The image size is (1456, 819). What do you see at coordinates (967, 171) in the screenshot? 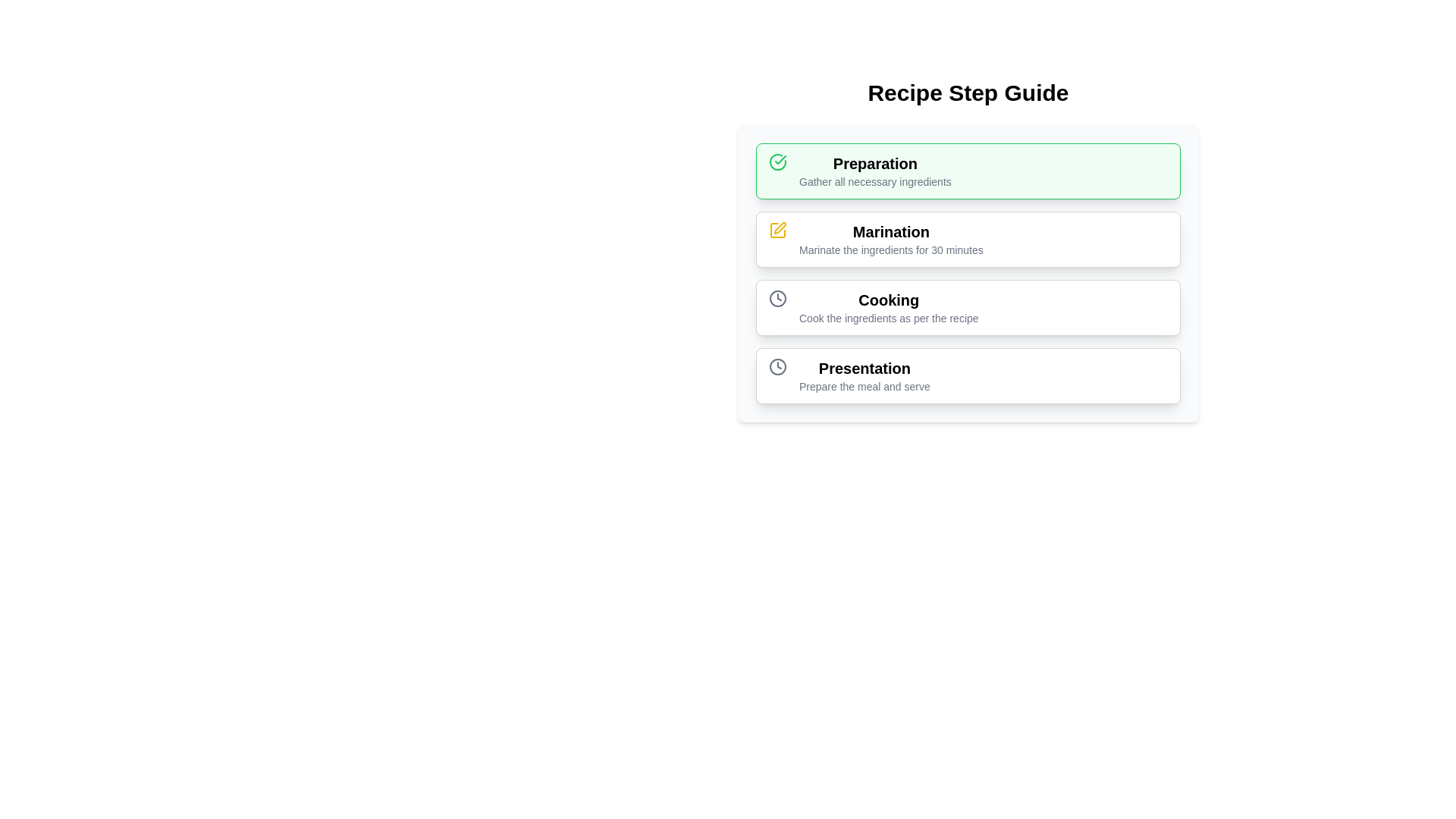
I see `the content of the first informational card indicating the 'Preparation' phase in the Recipe Step Guide, located at the top of the vertically stacked layout` at bounding box center [967, 171].